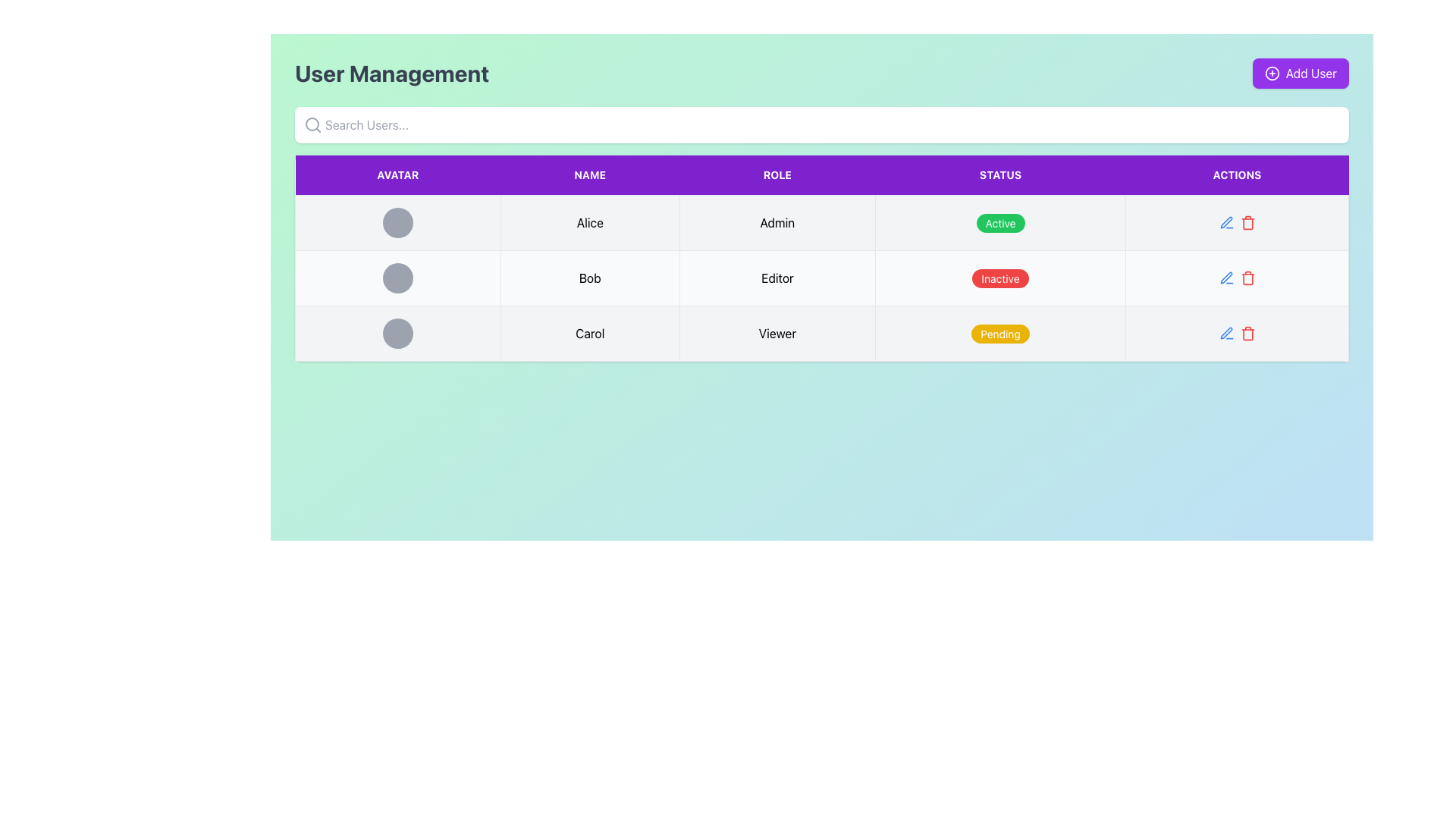 The image size is (1456, 819). Describe the element at coordinates (1247, 278) in the screenshot. I see `the red trash can icon located in the 'Actions' column of the row labeled 'Bob' in the user management table` at that location.